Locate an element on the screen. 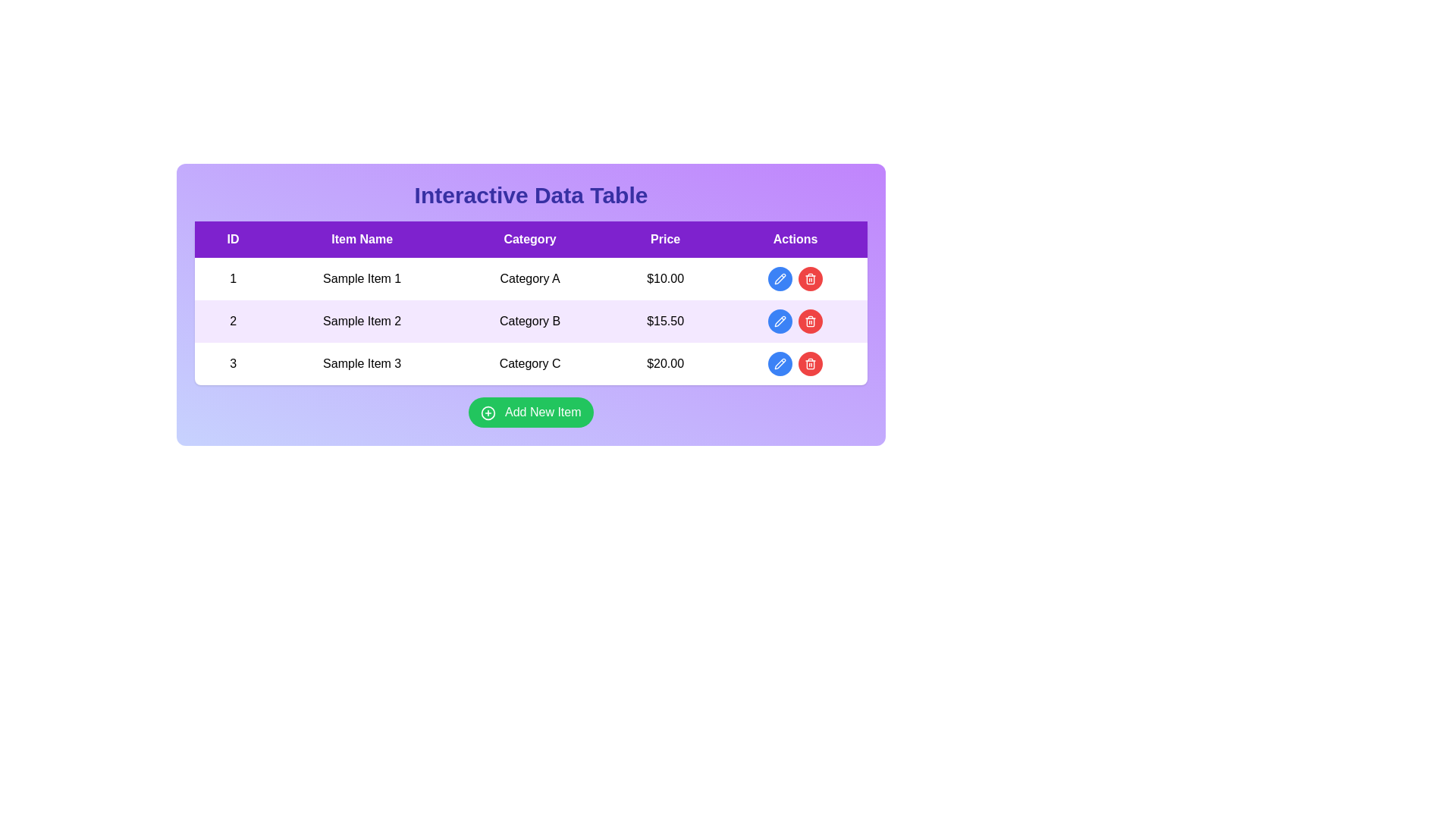  the 'Actions' column header text label, which is positioned at the far right of the table header, indicating the purpose of the column is located at coordinates (795, 239).